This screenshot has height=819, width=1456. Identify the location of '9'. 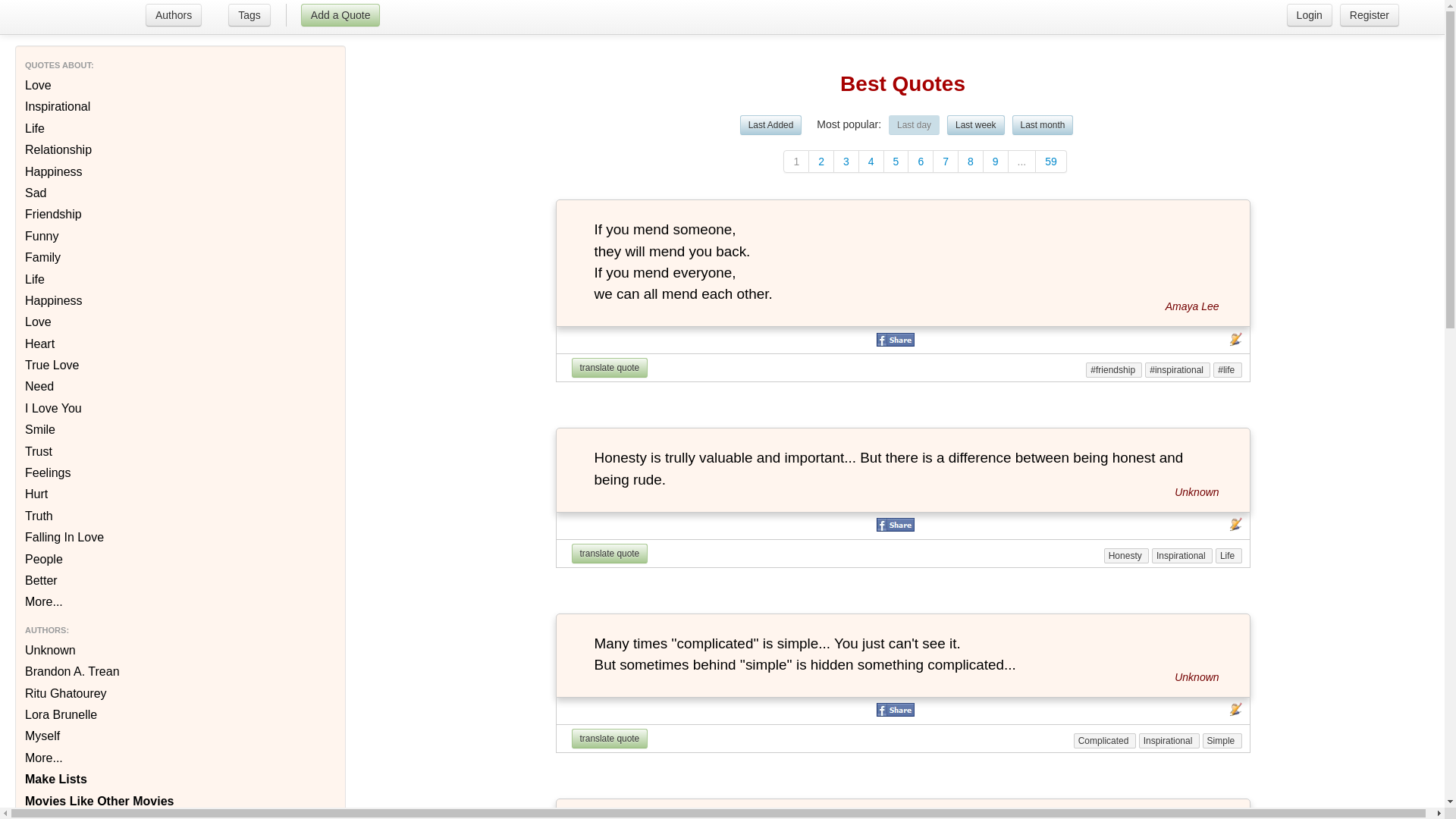
(996, 161).